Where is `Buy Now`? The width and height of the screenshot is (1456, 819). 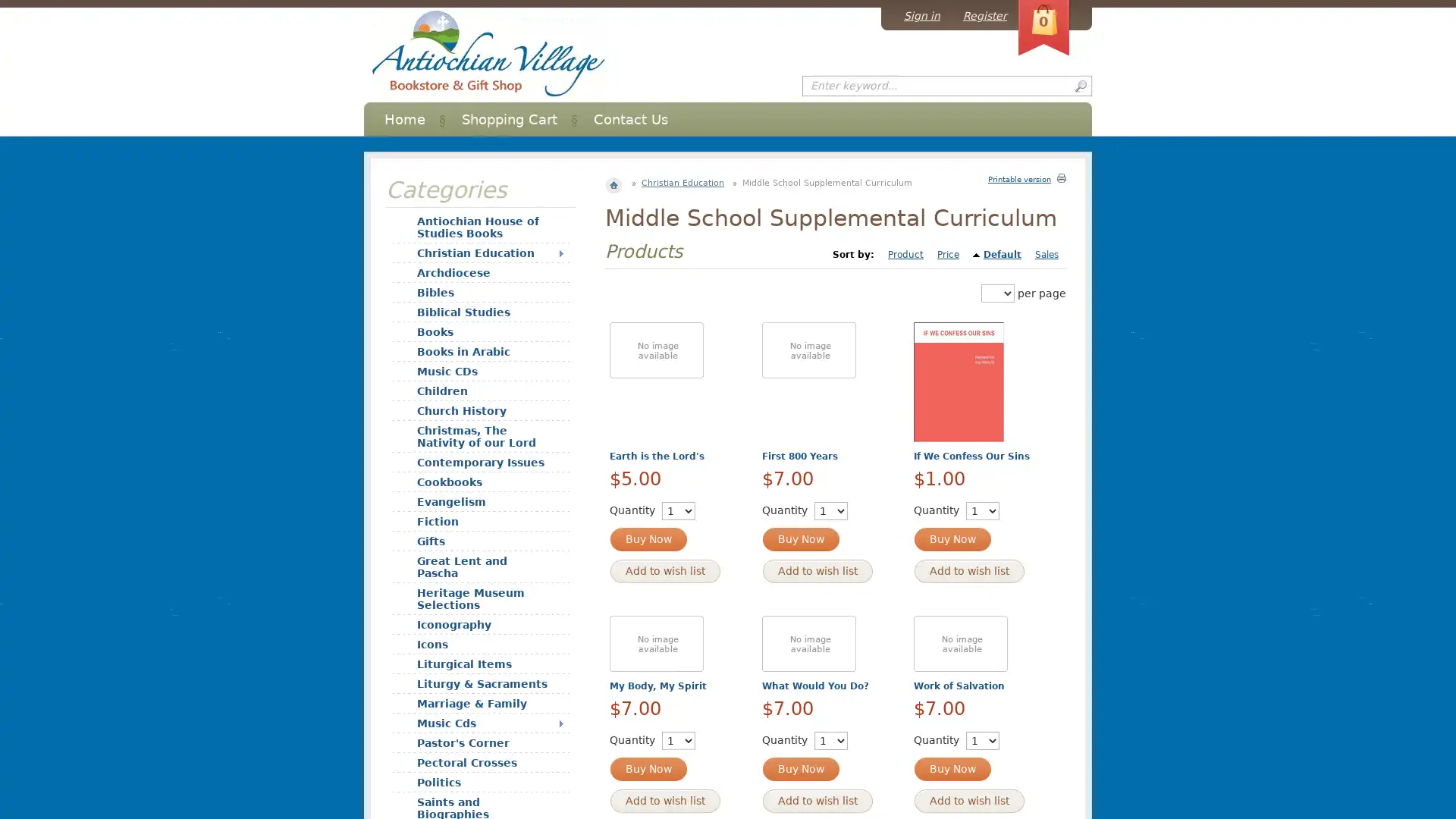 Buy Now is located at coordinates (952, 538).